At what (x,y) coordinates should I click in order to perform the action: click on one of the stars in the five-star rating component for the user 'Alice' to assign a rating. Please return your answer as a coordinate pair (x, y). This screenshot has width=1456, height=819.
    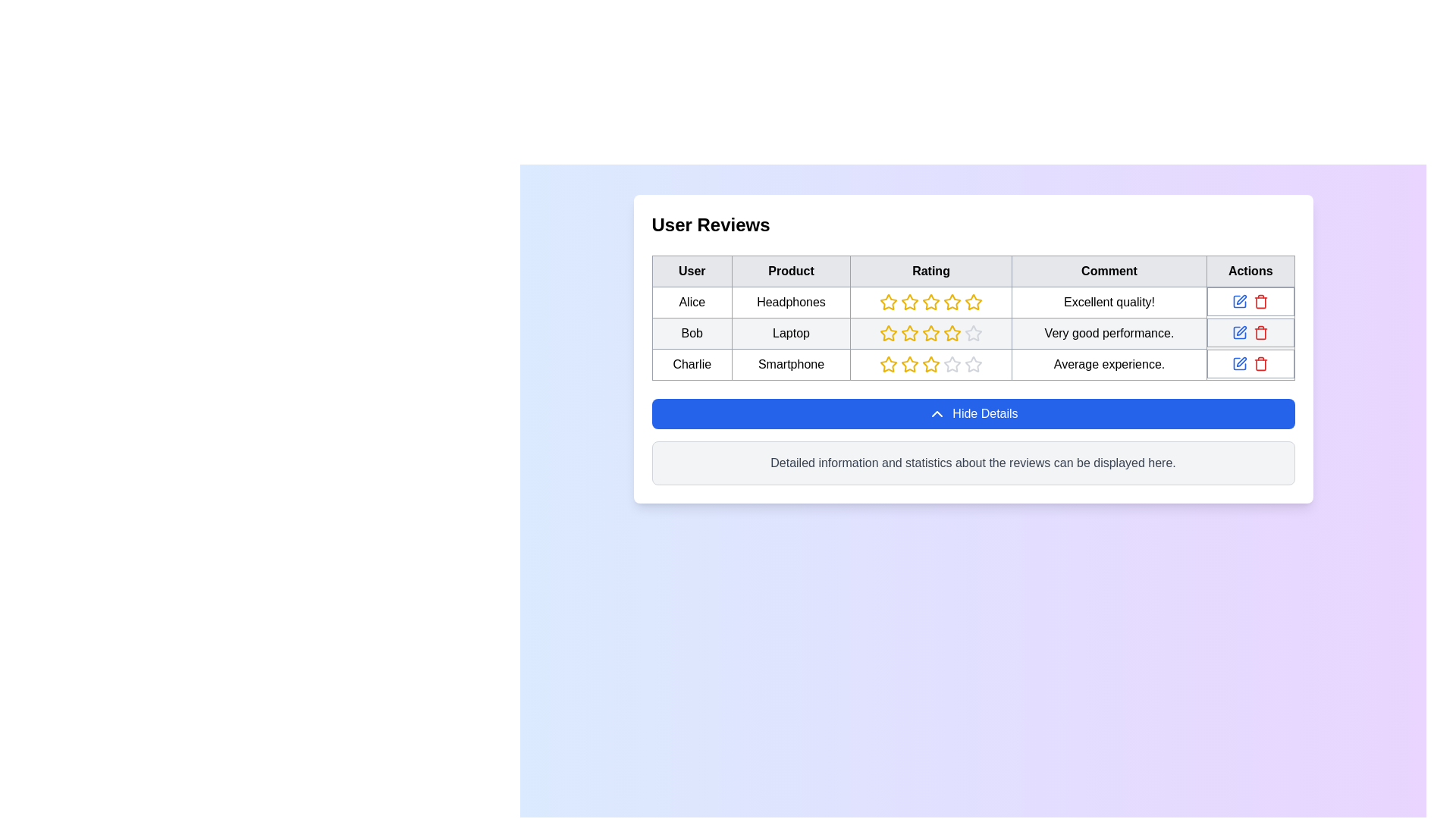
    Looking at the image, I should click on (930, 302).